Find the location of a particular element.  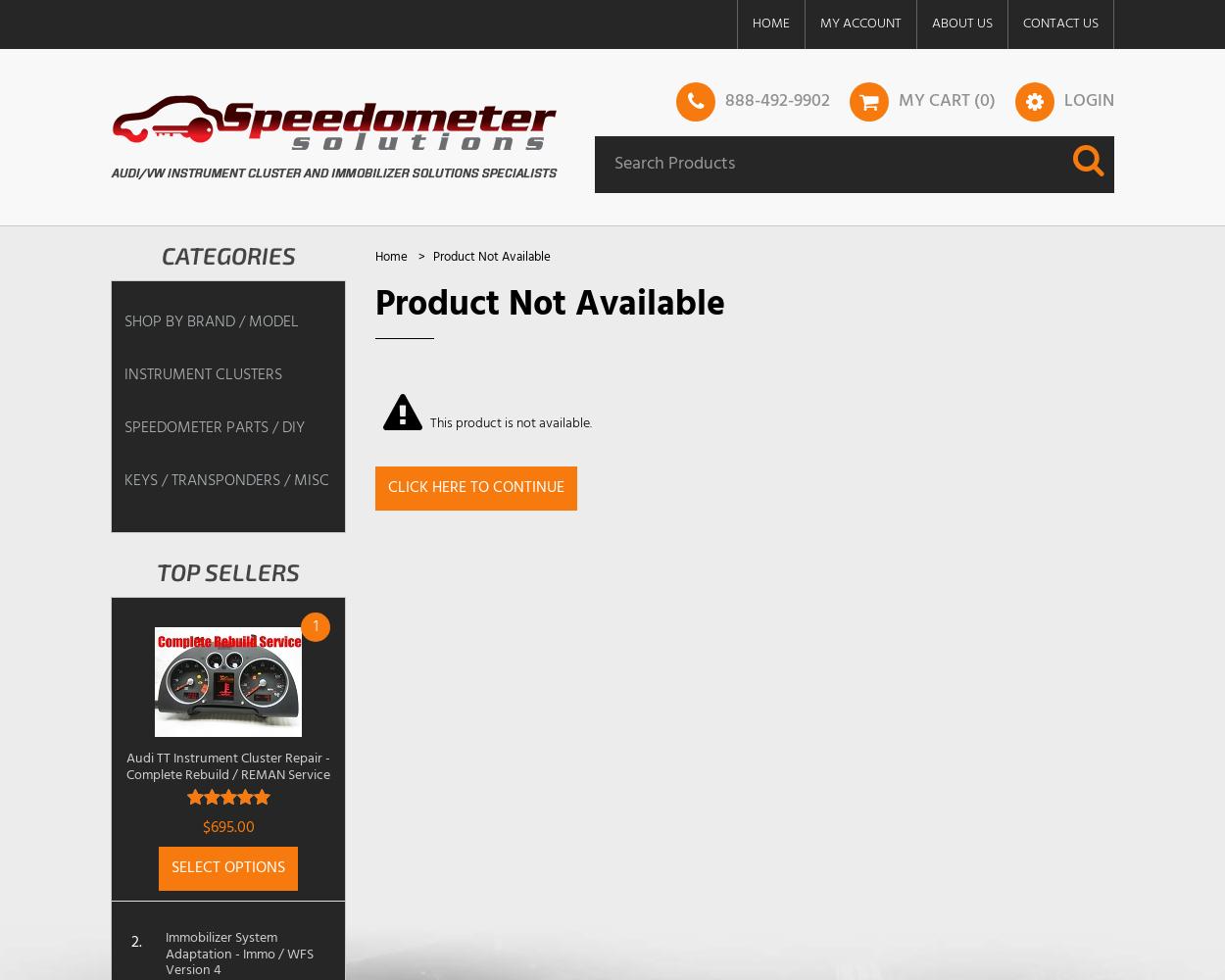

'1' is located at coordinates (314, 627).